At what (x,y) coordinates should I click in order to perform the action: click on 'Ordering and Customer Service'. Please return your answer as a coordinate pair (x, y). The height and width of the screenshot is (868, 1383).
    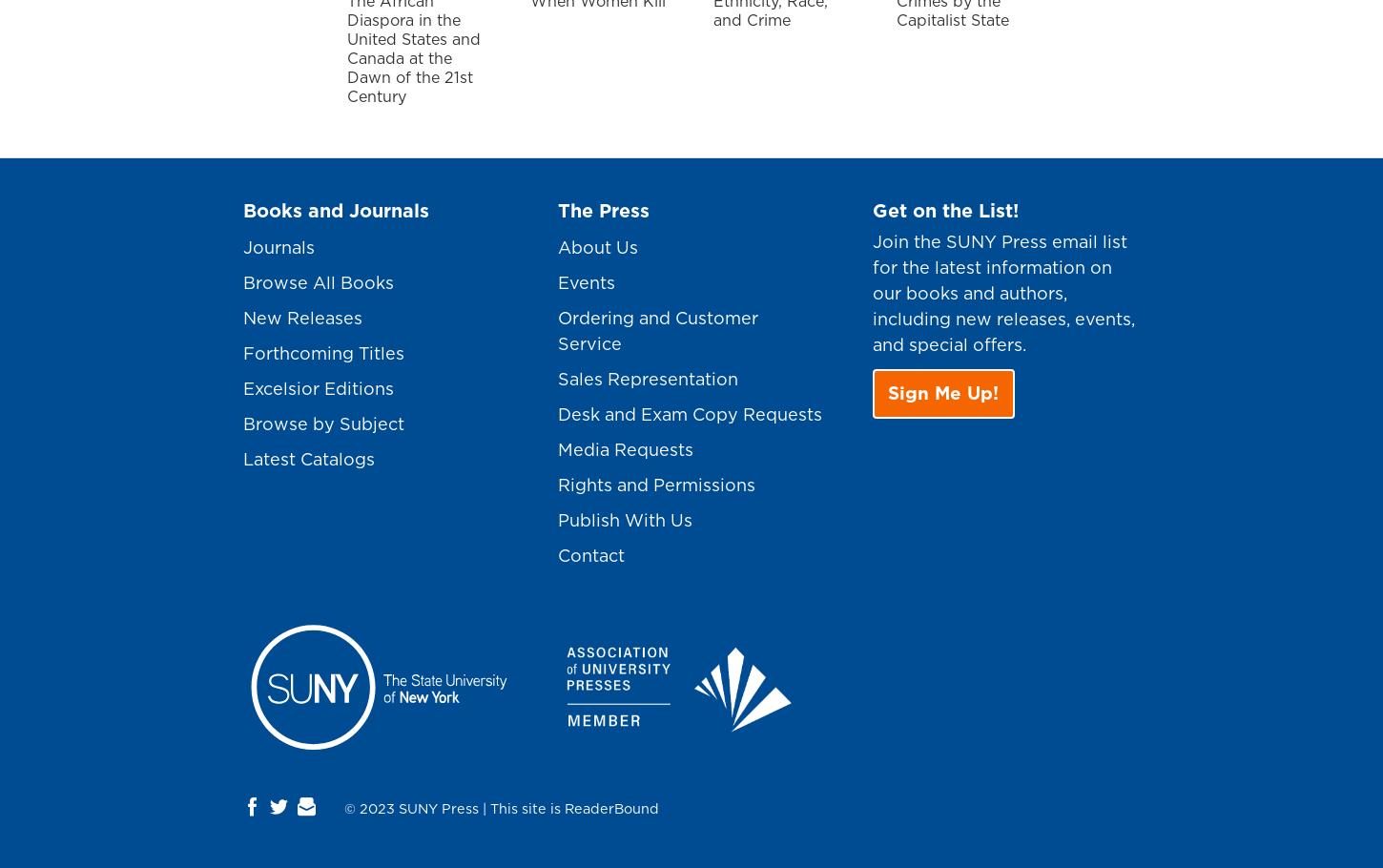
    Looking at the image, I should click on (657, 329).